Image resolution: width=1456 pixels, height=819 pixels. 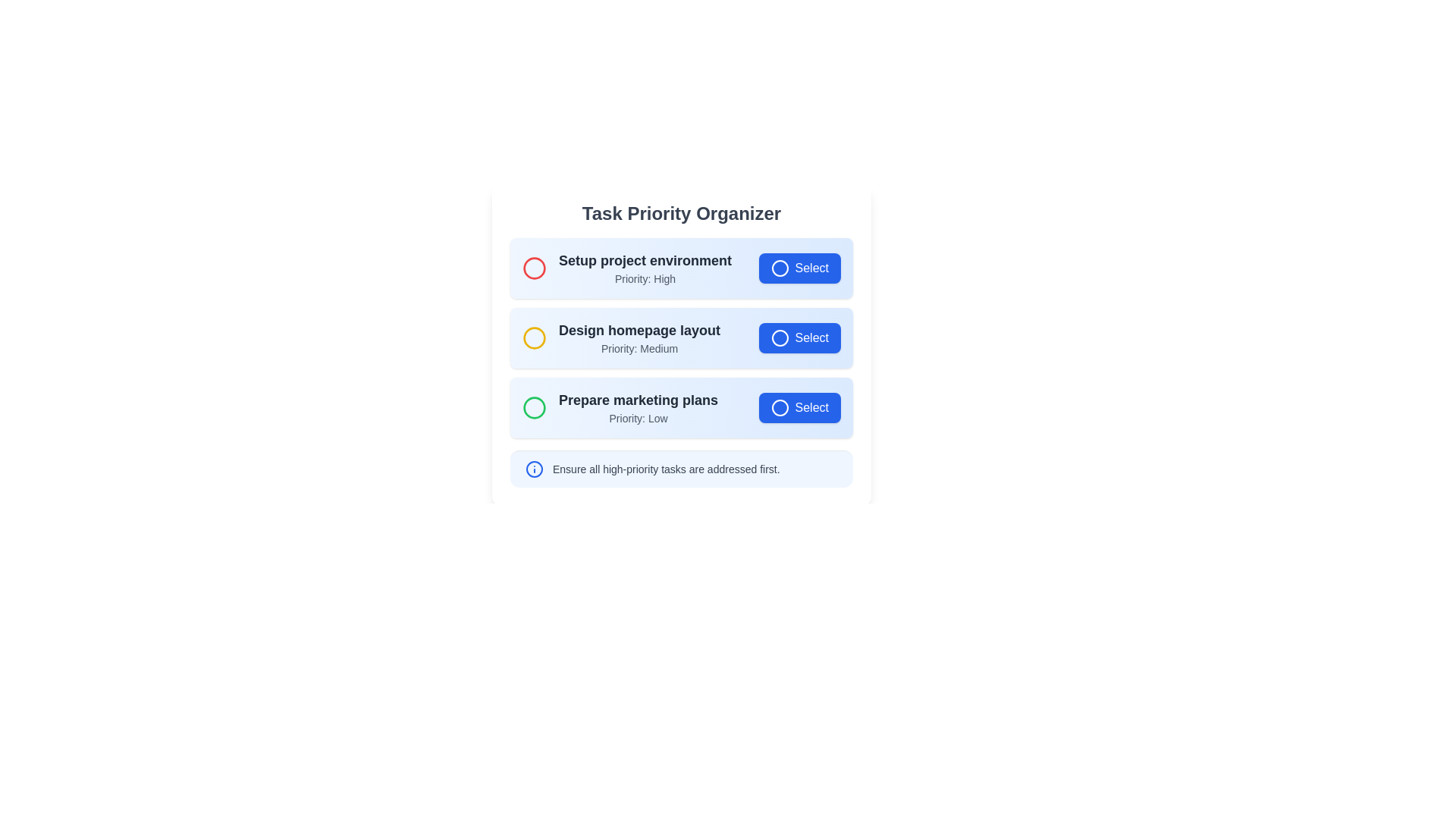 What do you see at coordinates (535, 337) in the screenshot?
I see `the circular icon with a yellow outline located to the left of the text 'Design homepage layout Priority: Medium' in the second row of the task items display` at bounding box center [535, 337].